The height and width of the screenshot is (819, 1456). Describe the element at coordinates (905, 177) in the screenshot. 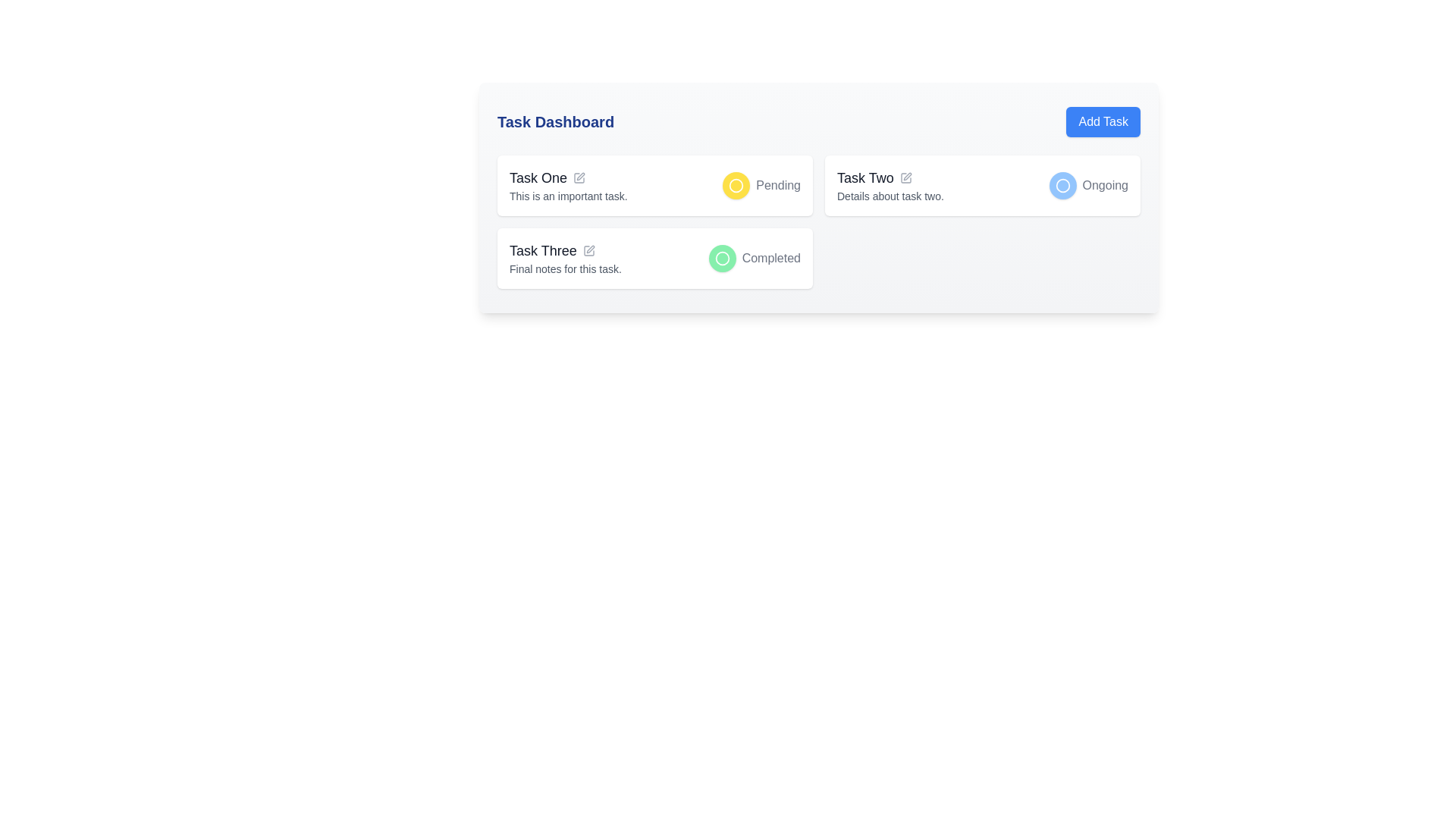

I see `the edit icon located to the right of the 'Task Two' text` at that location.